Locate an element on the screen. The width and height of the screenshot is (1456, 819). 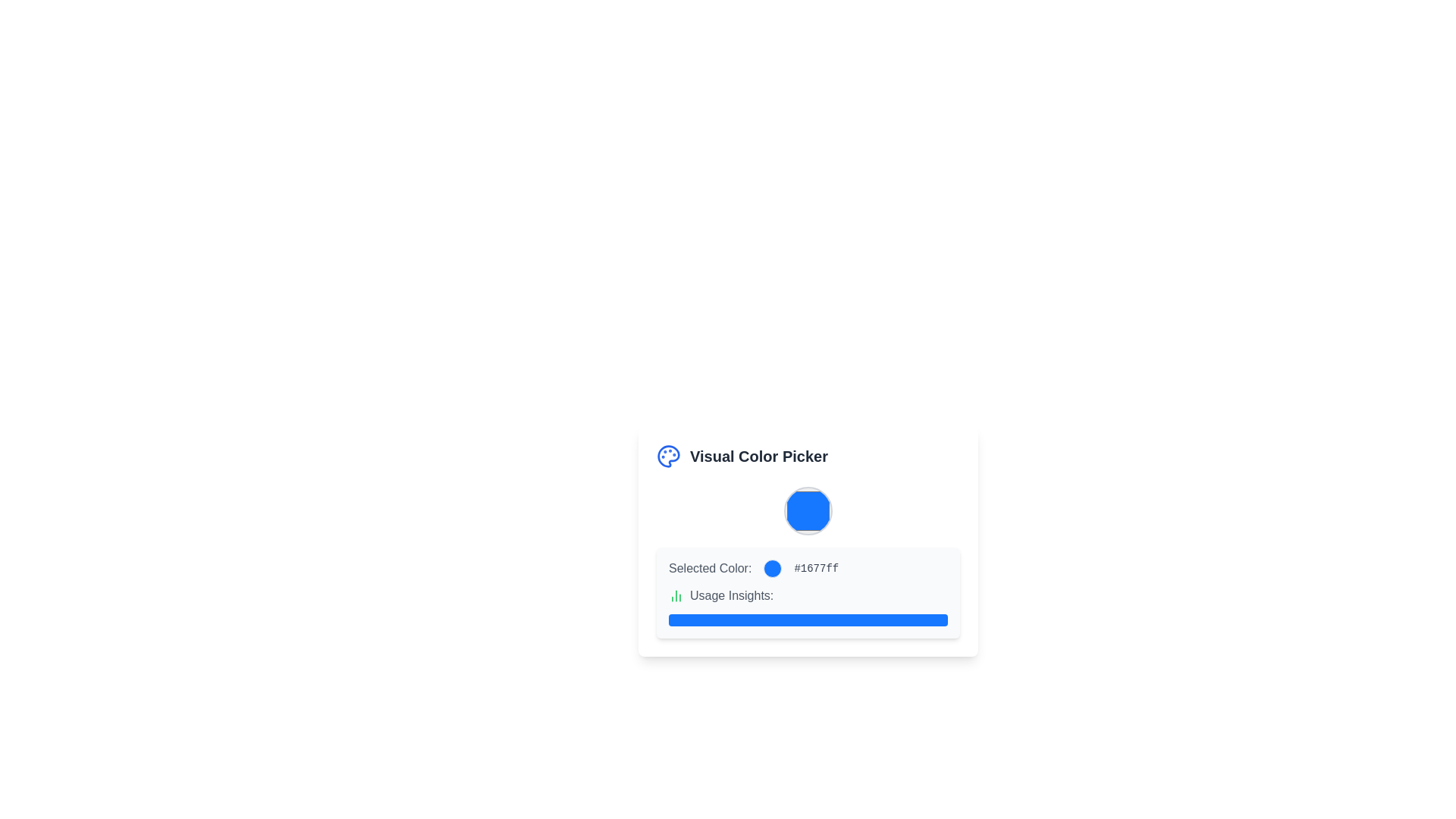
the graphical icon representing the 'Visual Color Picker' located in the top-left corner of the card-like section above the text 'Visual Color Picker' is located at coordinates (668, 455).